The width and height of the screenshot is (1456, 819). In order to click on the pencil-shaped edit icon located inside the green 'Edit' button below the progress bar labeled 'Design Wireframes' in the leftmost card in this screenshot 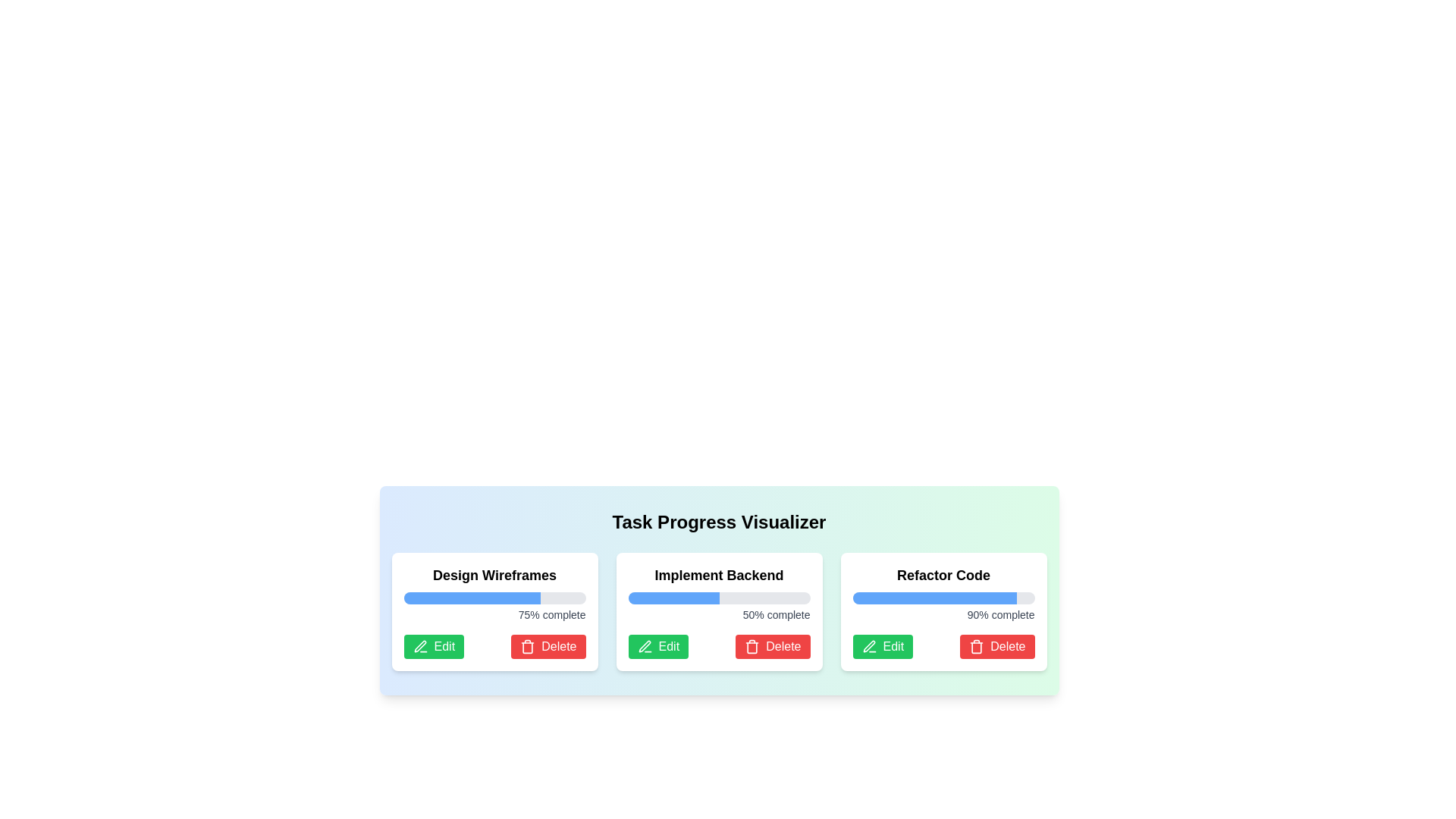, I will do `click(420, 646)`.